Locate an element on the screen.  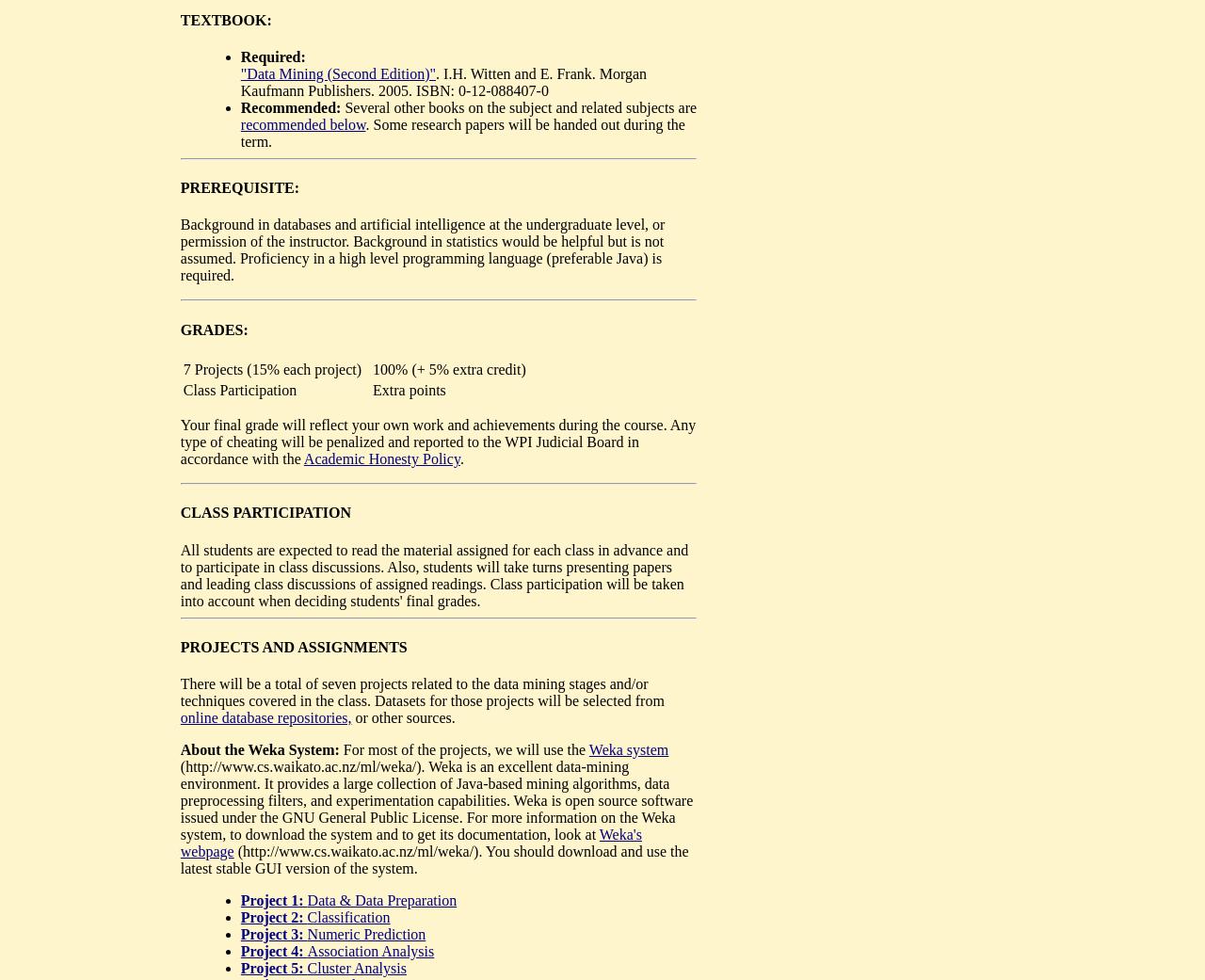
'There will be a total of seven projects 
related to the data mining stages and/or techniques
covered in the class.
Datasets for those projects will be selected from' is located at coordinates (421, 692).